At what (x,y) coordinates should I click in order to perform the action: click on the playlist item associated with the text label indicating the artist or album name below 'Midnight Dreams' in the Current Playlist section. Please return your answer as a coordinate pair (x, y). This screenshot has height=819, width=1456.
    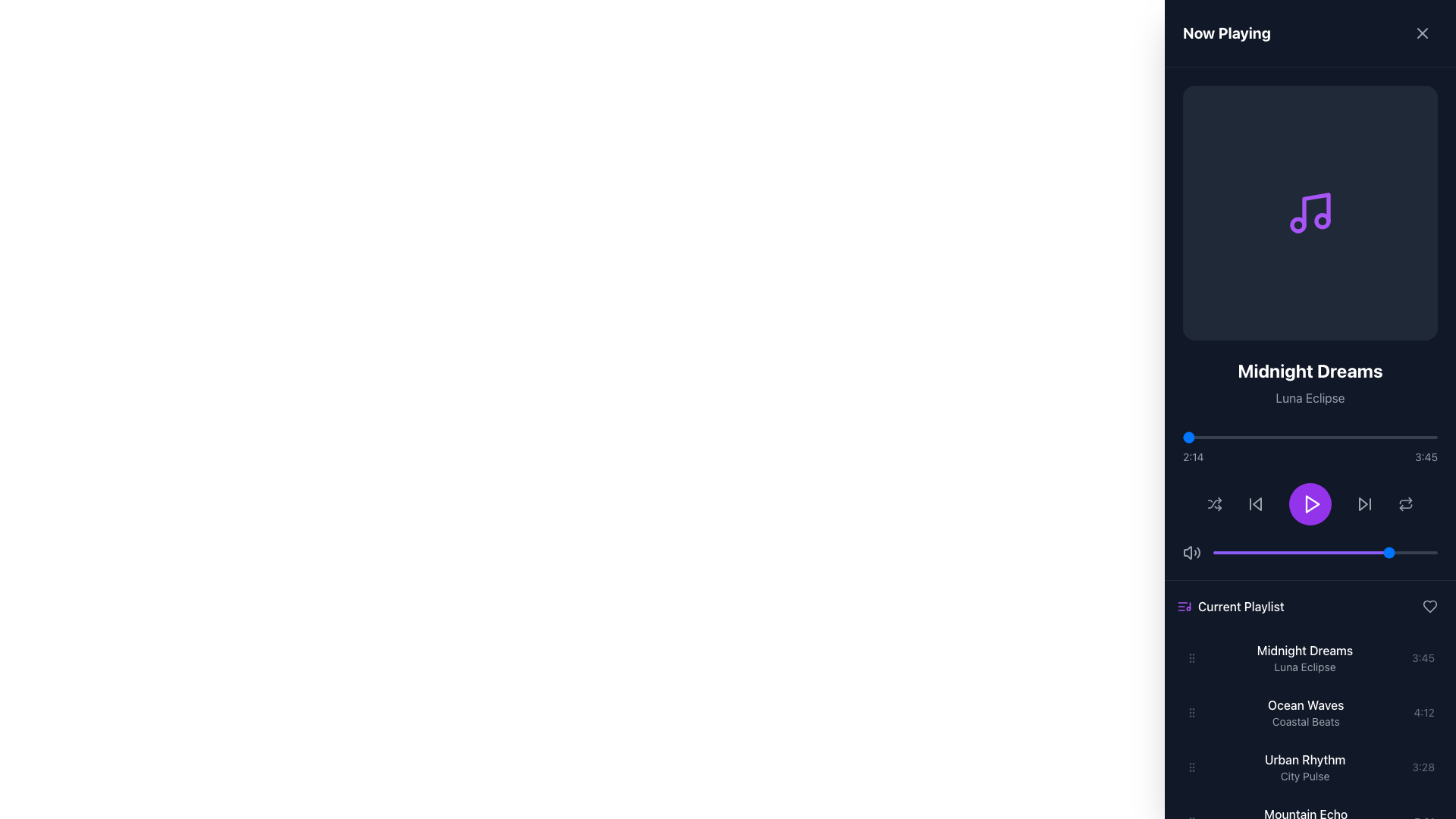
    Looking at the image, I should click on (1304, 666).